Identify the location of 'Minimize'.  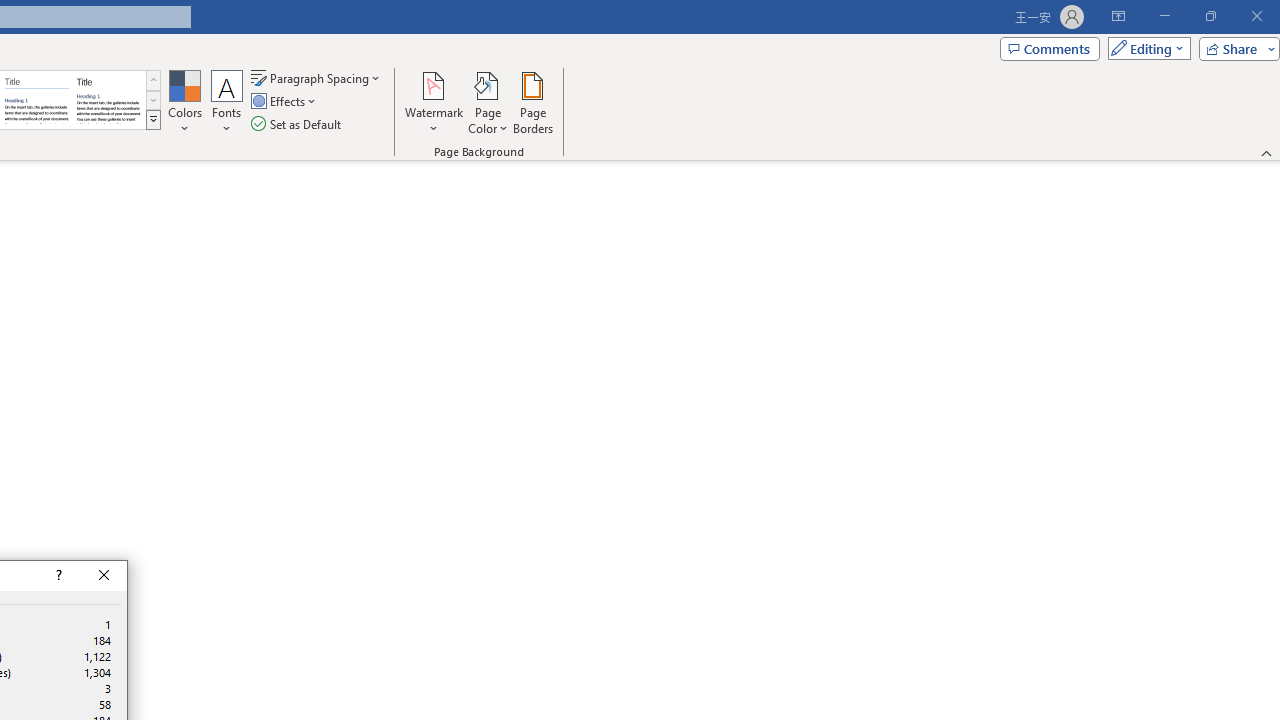
(1164, 16).